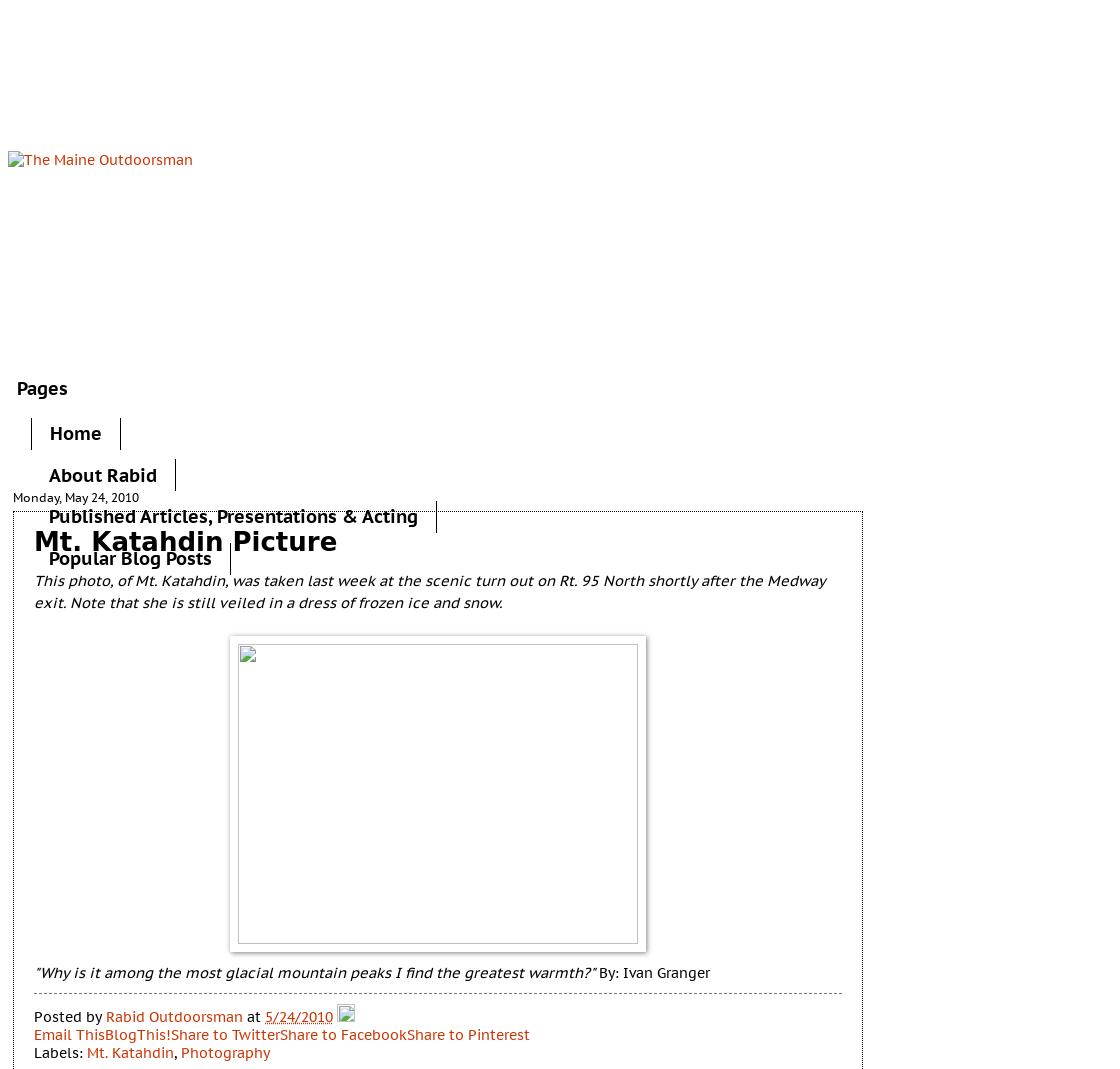 This screenshot has height=1069, width=1120. What do you see at coordinates (429, 591) in the screenshot?
I see `'This photo, of Mt. Katahdin, was taken last week at the scenic turn out on Rt. 95 North shortly after the Medway exit. Note that she is still veiled in a dress of frozen ice and snow.'` at bounding box center [429, 591].